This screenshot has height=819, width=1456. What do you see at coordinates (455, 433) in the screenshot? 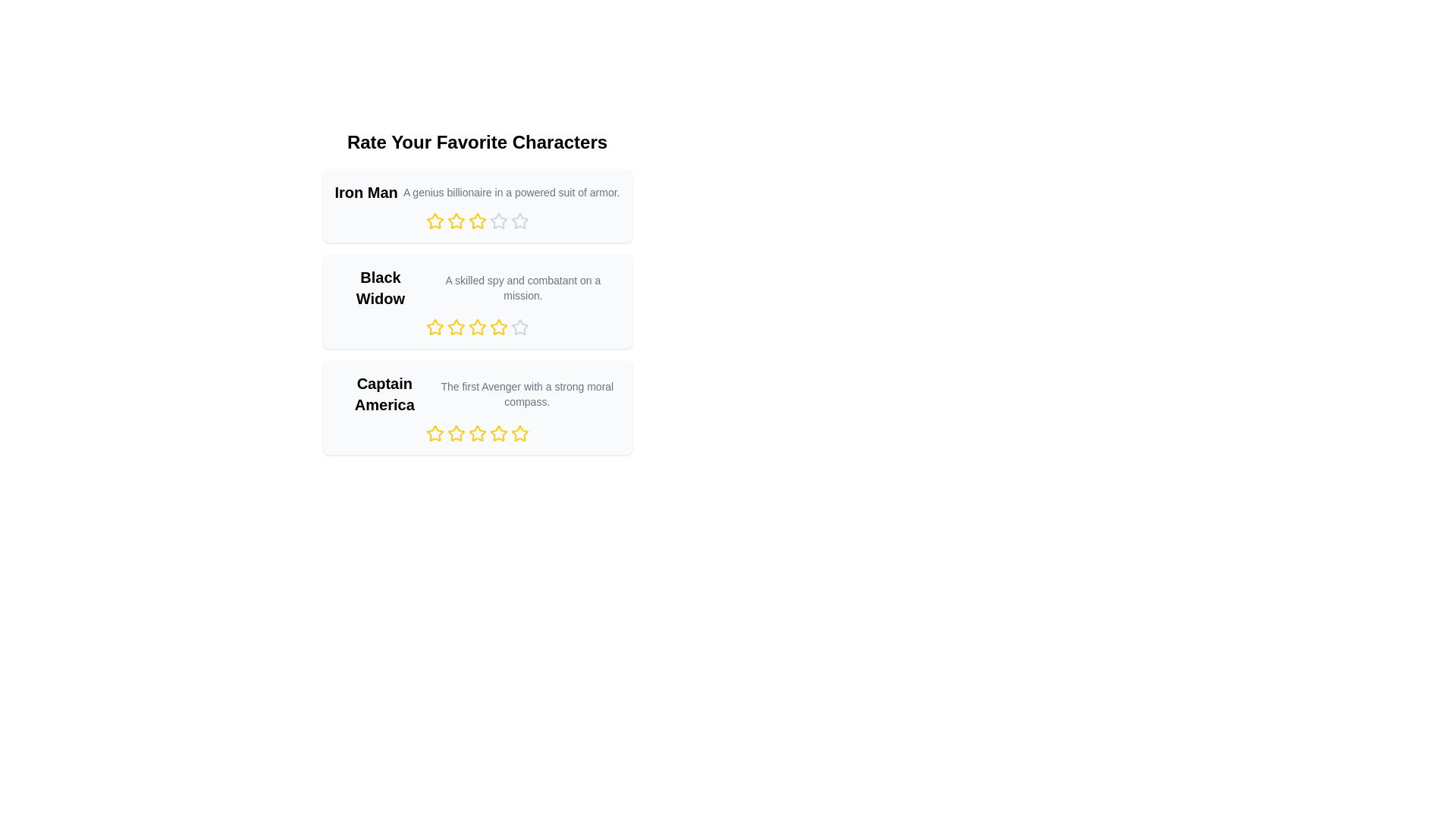
I see `the second star from the left in the star rating row under 'Captain America' to observe the animation` at bounding box center [455, 433].